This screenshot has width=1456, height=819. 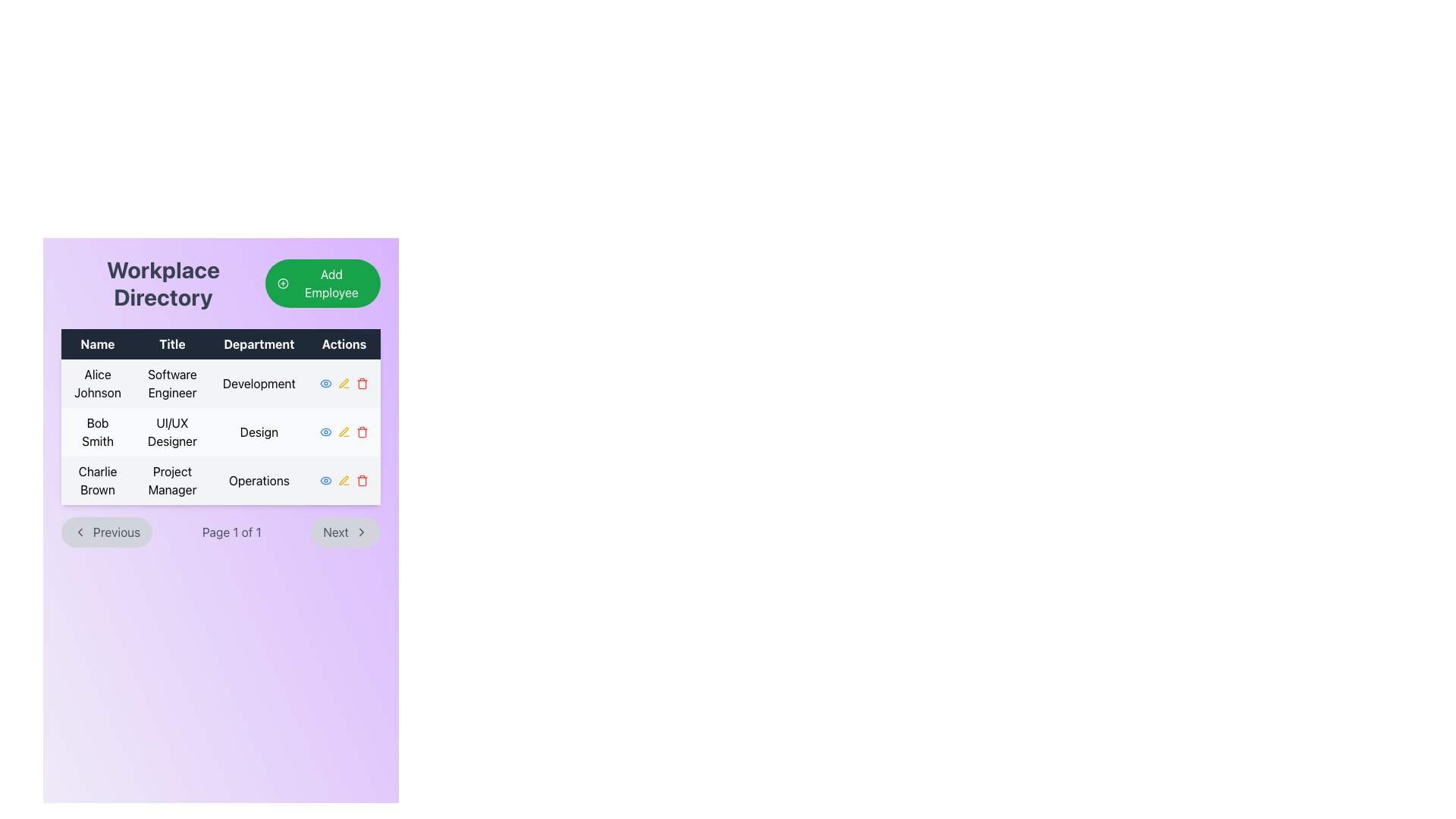 I want to click on the static text label displaying 'Operations' in the Department column of the table for Charlie Brown, so click(x=259, y=480).